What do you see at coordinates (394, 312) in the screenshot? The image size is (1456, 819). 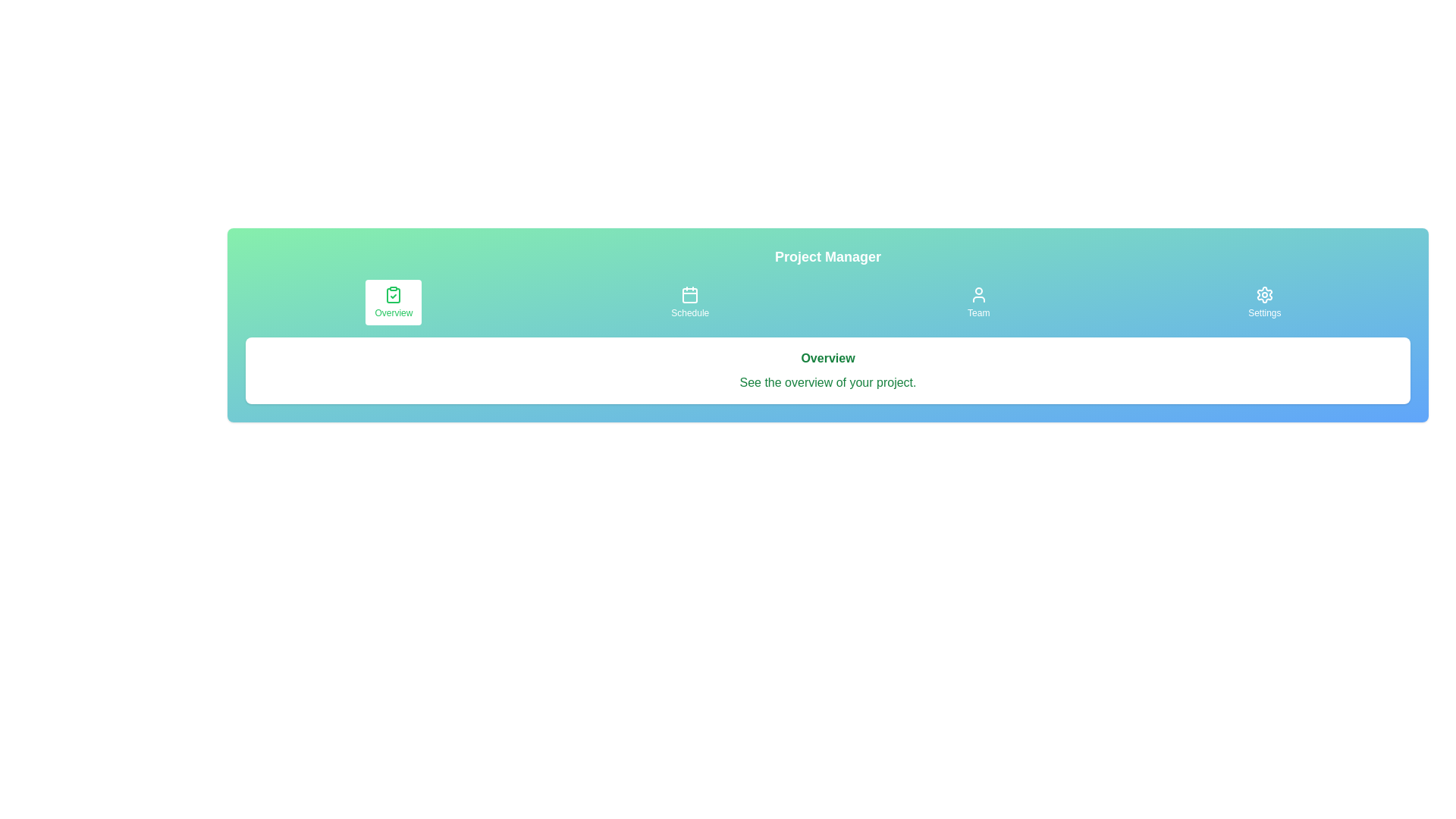 I see `the navigation button` at bounding box center [394, 312].